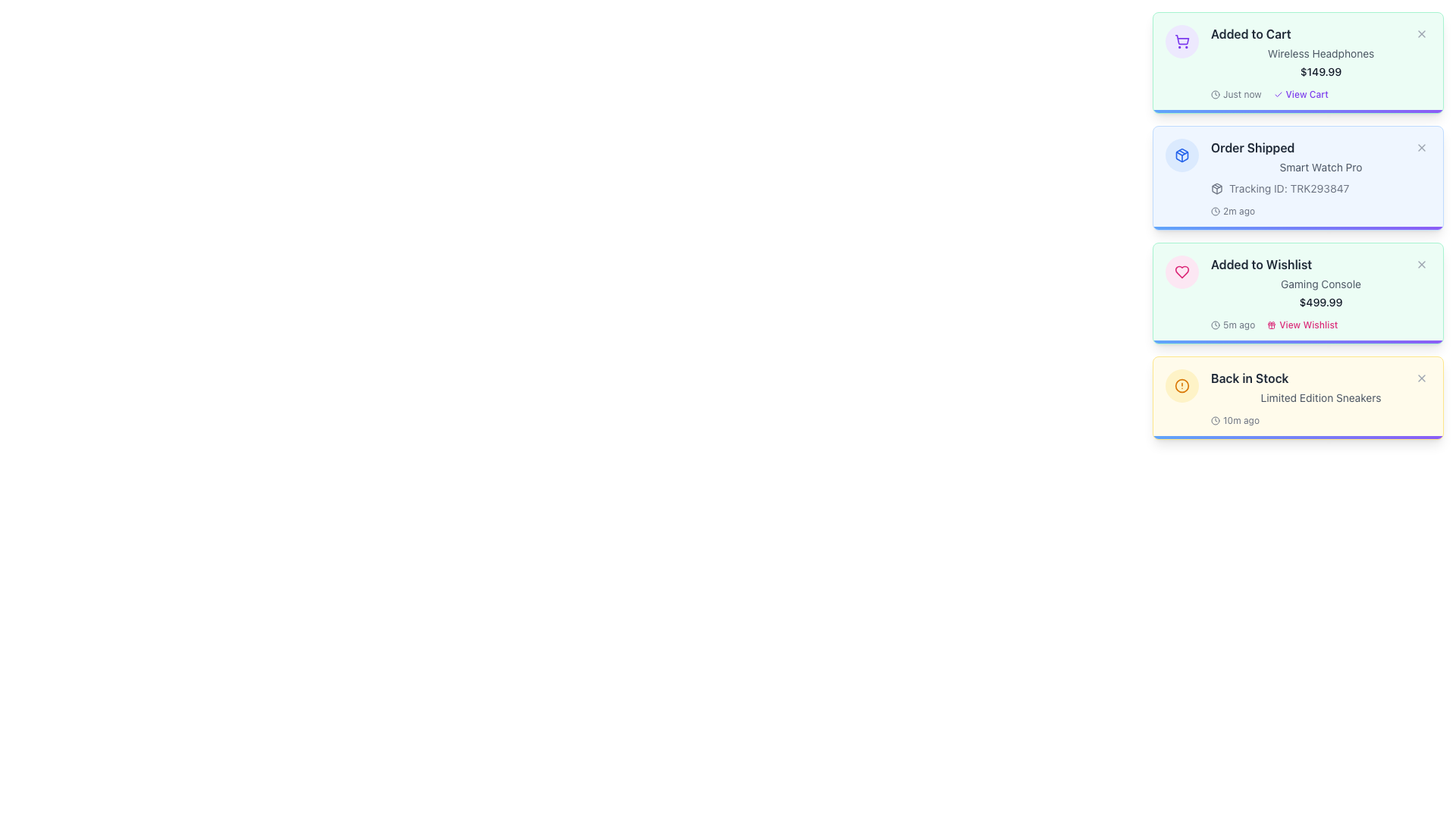 The width and height of the screenshot is (1456, 819). Describe the element at coordinates (1320, 177) in the screenshot. I see `the Notification card for an order update, which is the second card in a vertically stacked list` at that location.